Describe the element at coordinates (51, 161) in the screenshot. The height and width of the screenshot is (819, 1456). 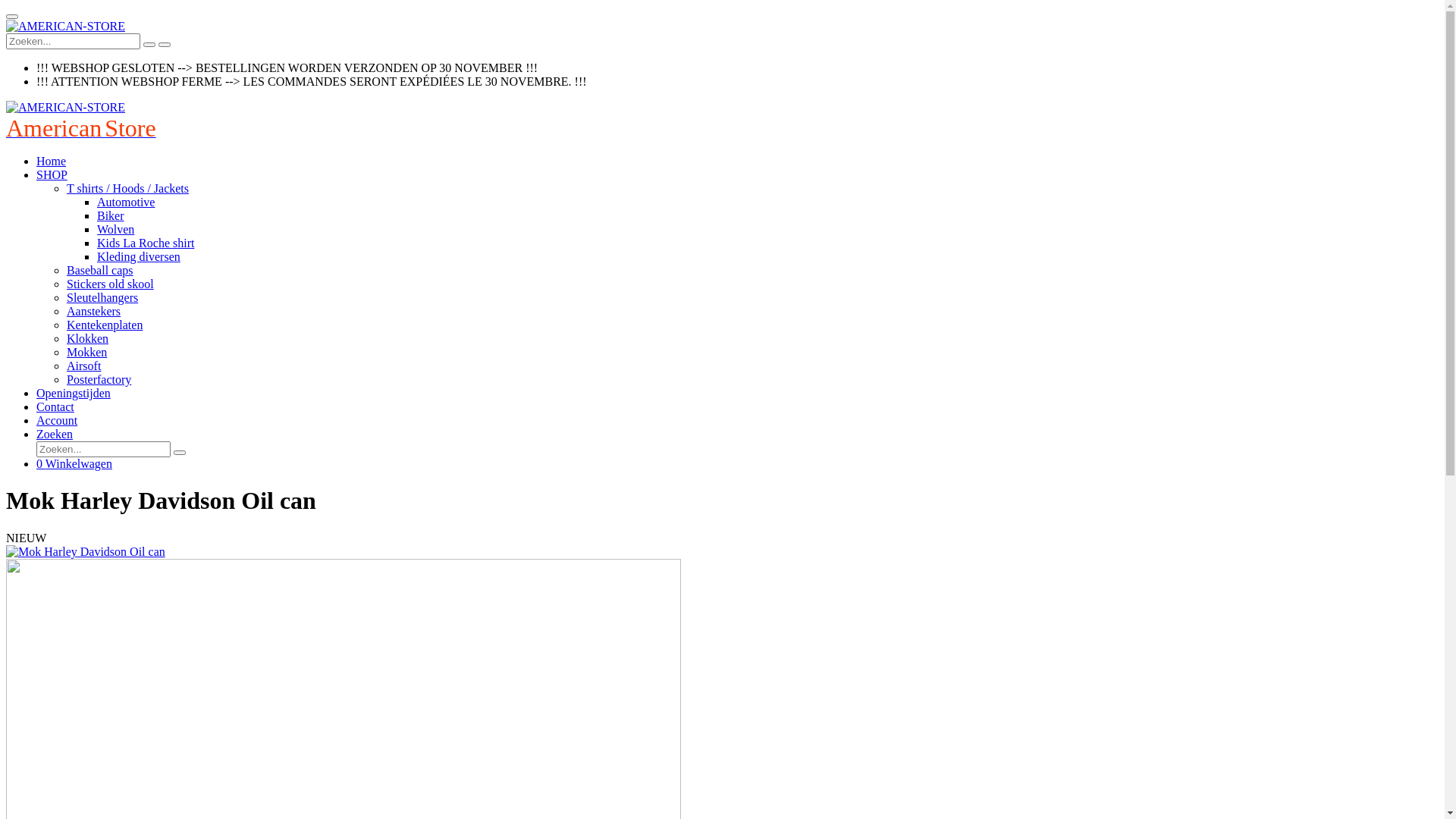
I see `'Home'` at that location.